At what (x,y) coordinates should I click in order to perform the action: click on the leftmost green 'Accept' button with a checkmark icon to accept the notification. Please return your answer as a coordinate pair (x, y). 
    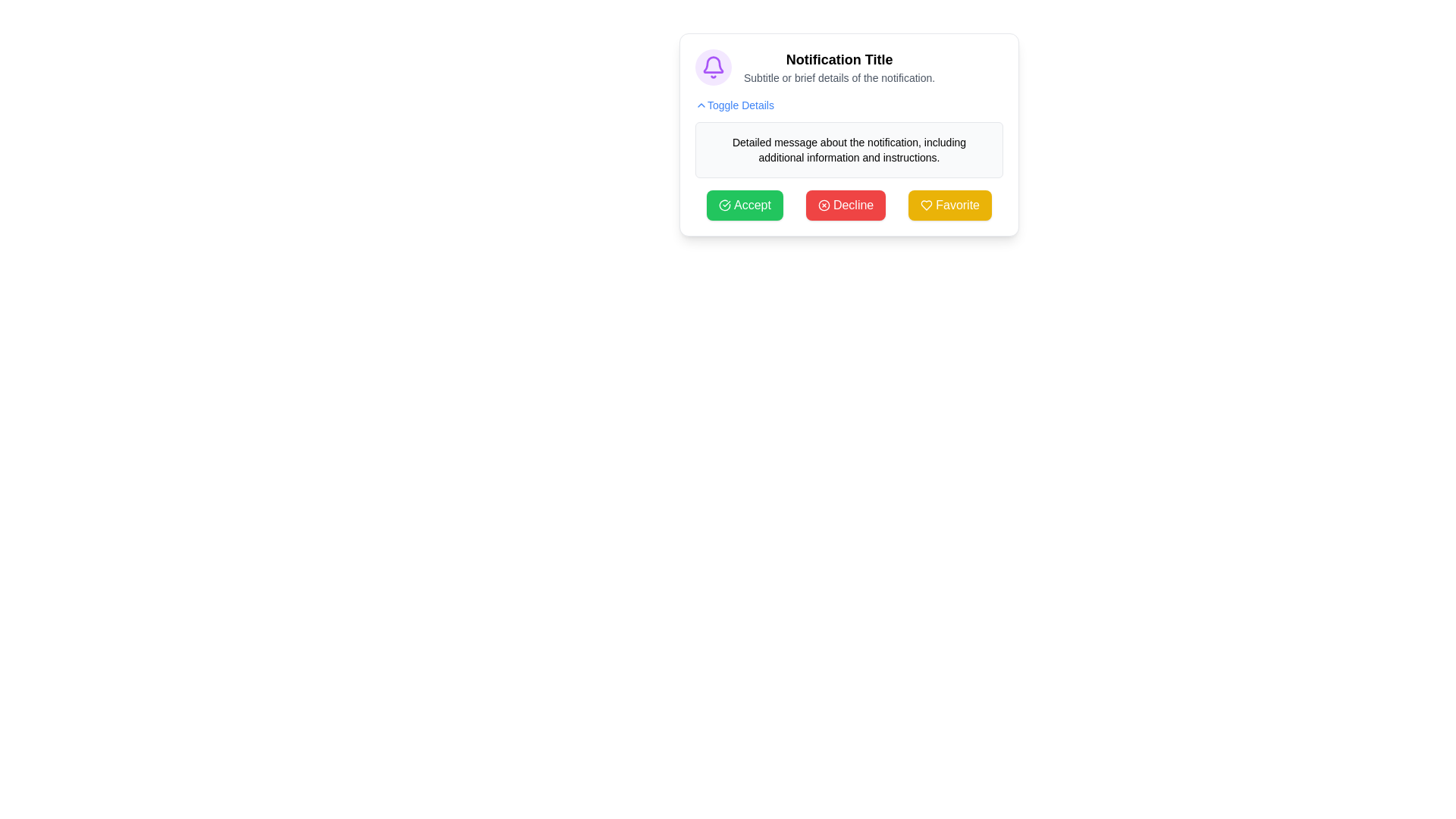
    Looking at the image, I should click on (745, 205).